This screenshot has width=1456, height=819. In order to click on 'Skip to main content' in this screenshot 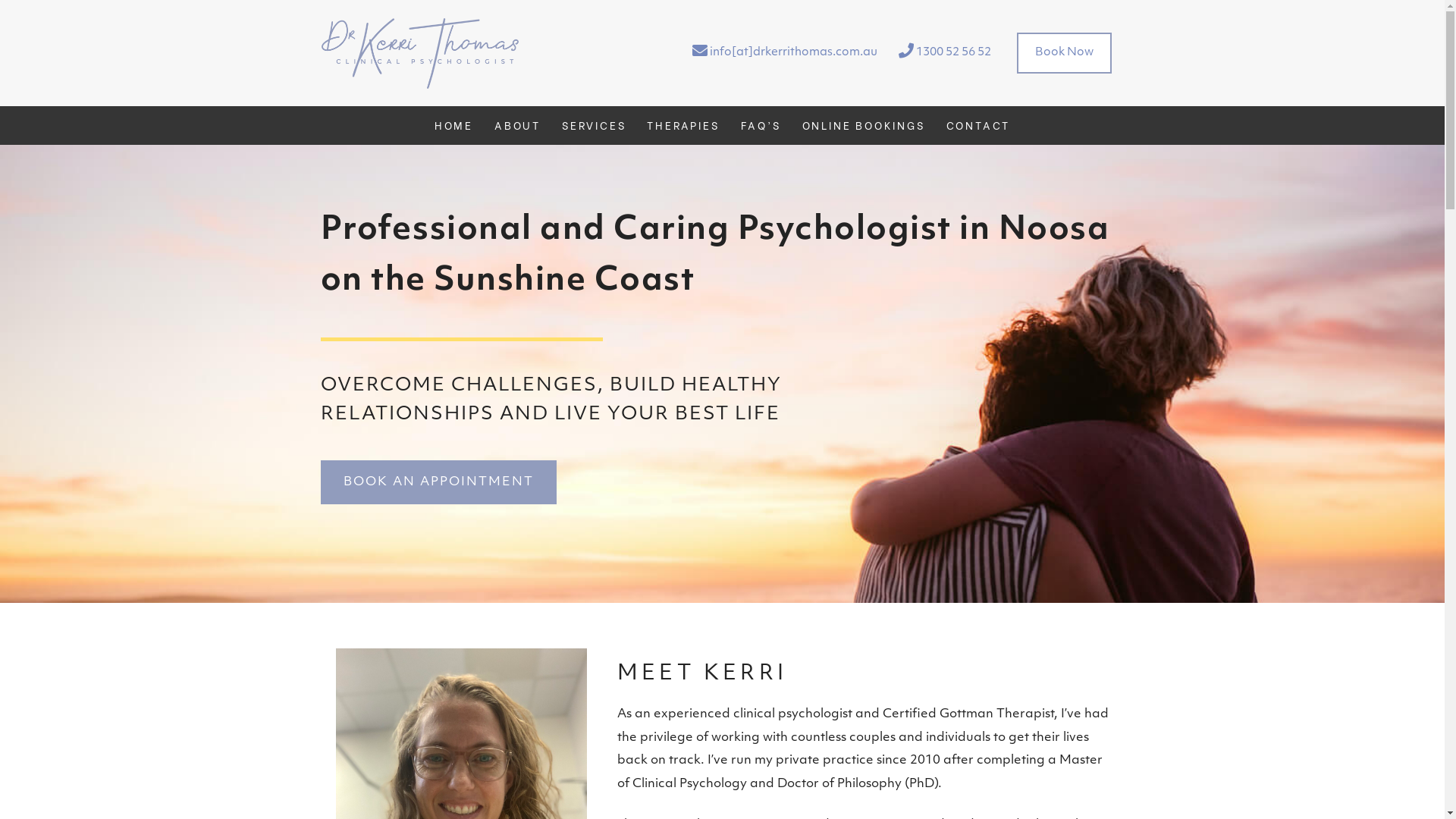, I will do `click(30, 0)`.